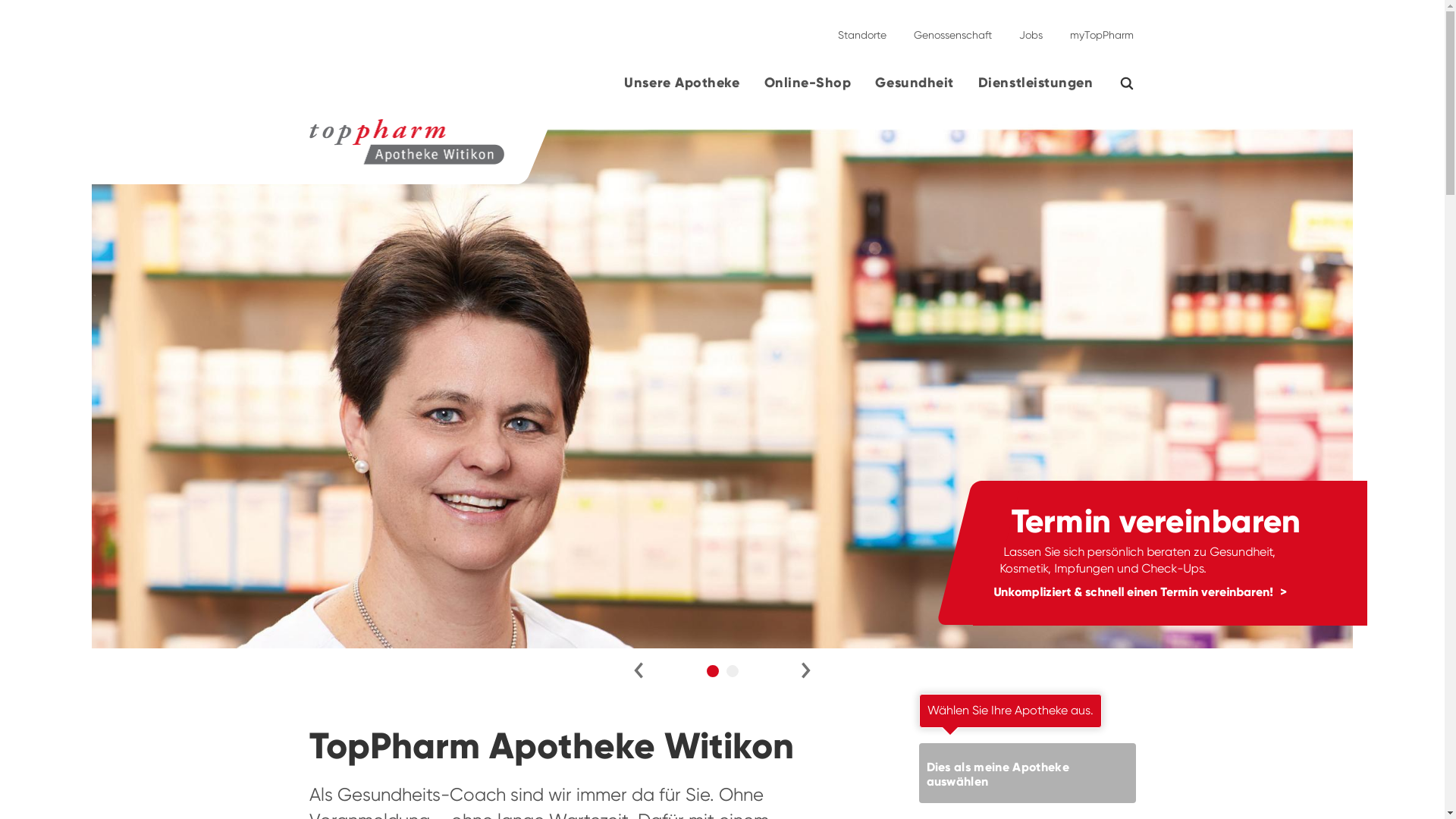 The width and height of the screenshot is (1456, 819). Describe the element at coordinates (1056, 29) in the screenshot. I see `'myTopPharm'` at that location.